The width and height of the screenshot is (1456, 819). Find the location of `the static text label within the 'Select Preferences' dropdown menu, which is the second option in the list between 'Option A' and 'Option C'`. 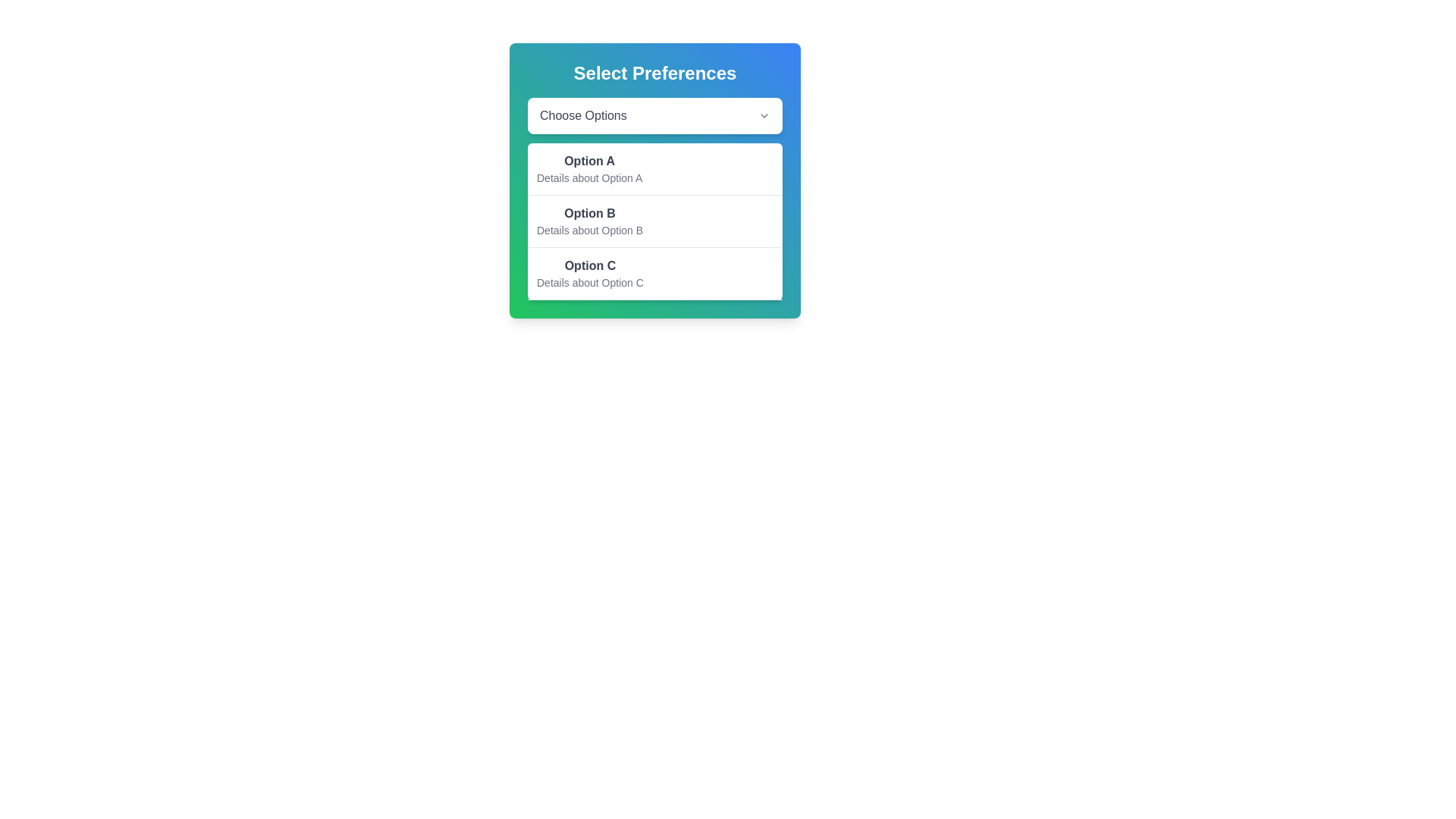

the static text label within the 'Select Preferences' dropdown menu, which is the second option in the list between 'Option A' and 'Option C' is located at coordinates (588, 213).